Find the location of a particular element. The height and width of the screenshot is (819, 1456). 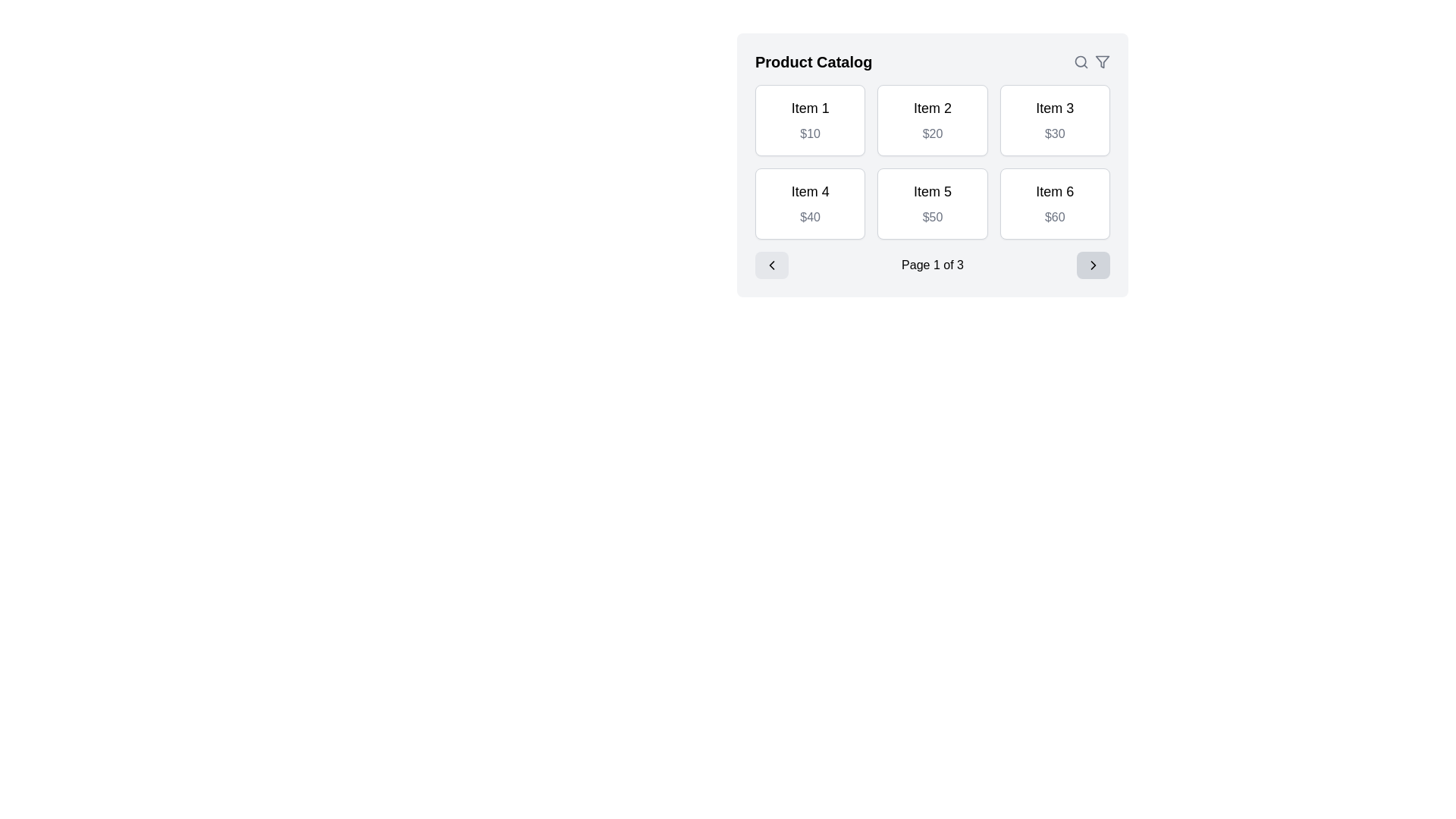

the inner circular element of the search icon located in the upper-right corner of the UI is located at coordinates (1080, 61).